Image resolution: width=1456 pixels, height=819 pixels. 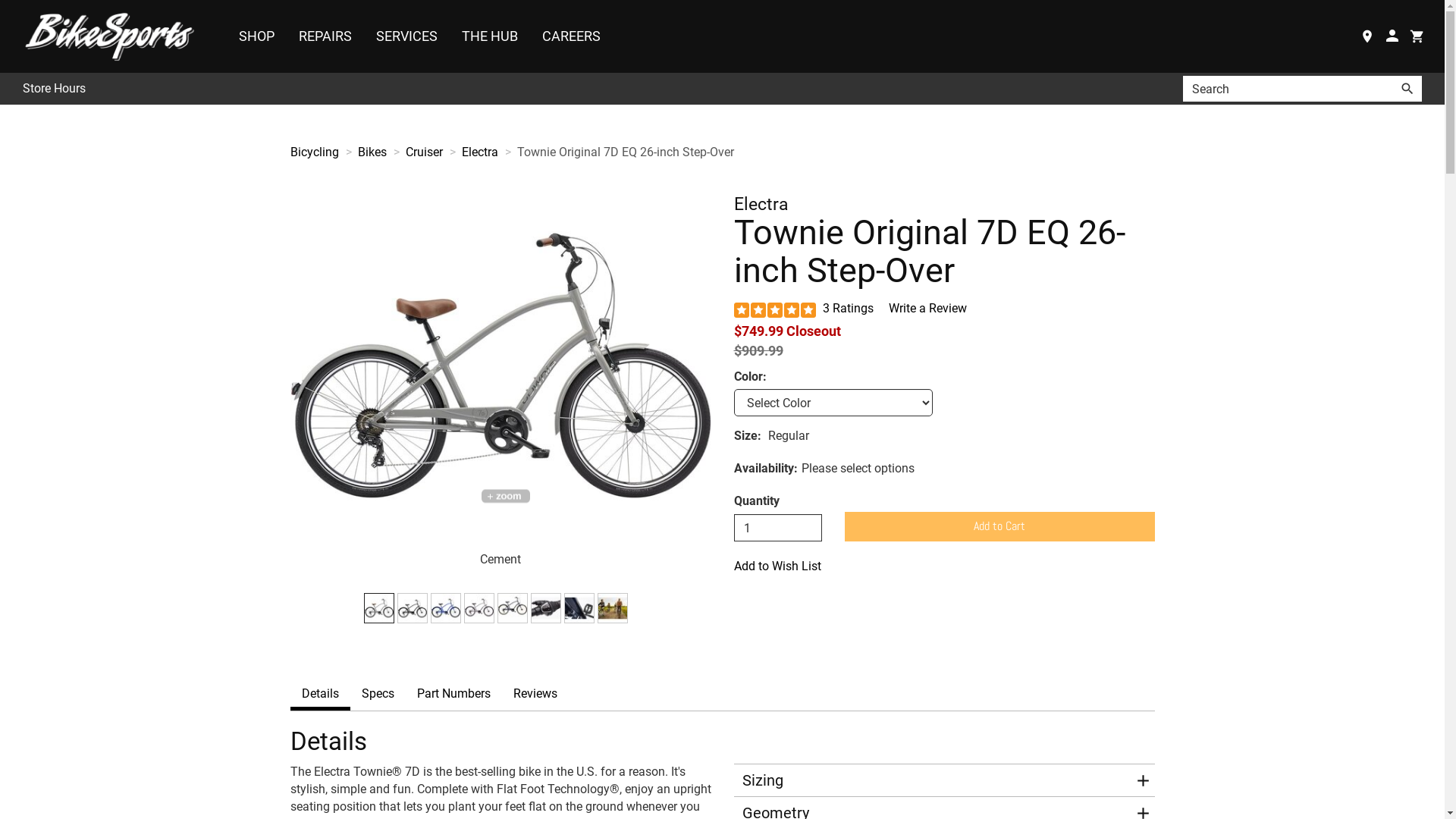 I want to click on '3 Ratings', so click(x=847, y=307).